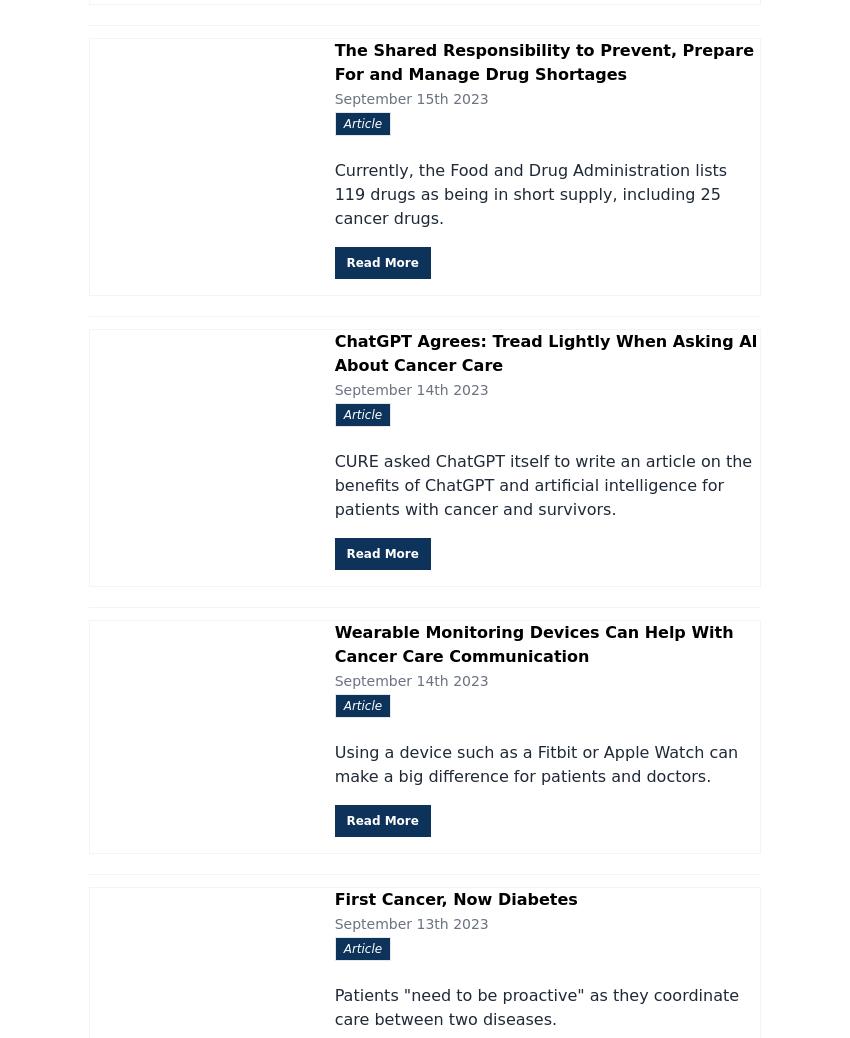 The height and width of the screenshot is (1038, 850). What do you see at coordinates (535, 762) in the screenshot?
I see `'Using a device such as a Fitbit or Apple Watch can make a big difference for patients and doctors.'` at bounding box center [535, 762].